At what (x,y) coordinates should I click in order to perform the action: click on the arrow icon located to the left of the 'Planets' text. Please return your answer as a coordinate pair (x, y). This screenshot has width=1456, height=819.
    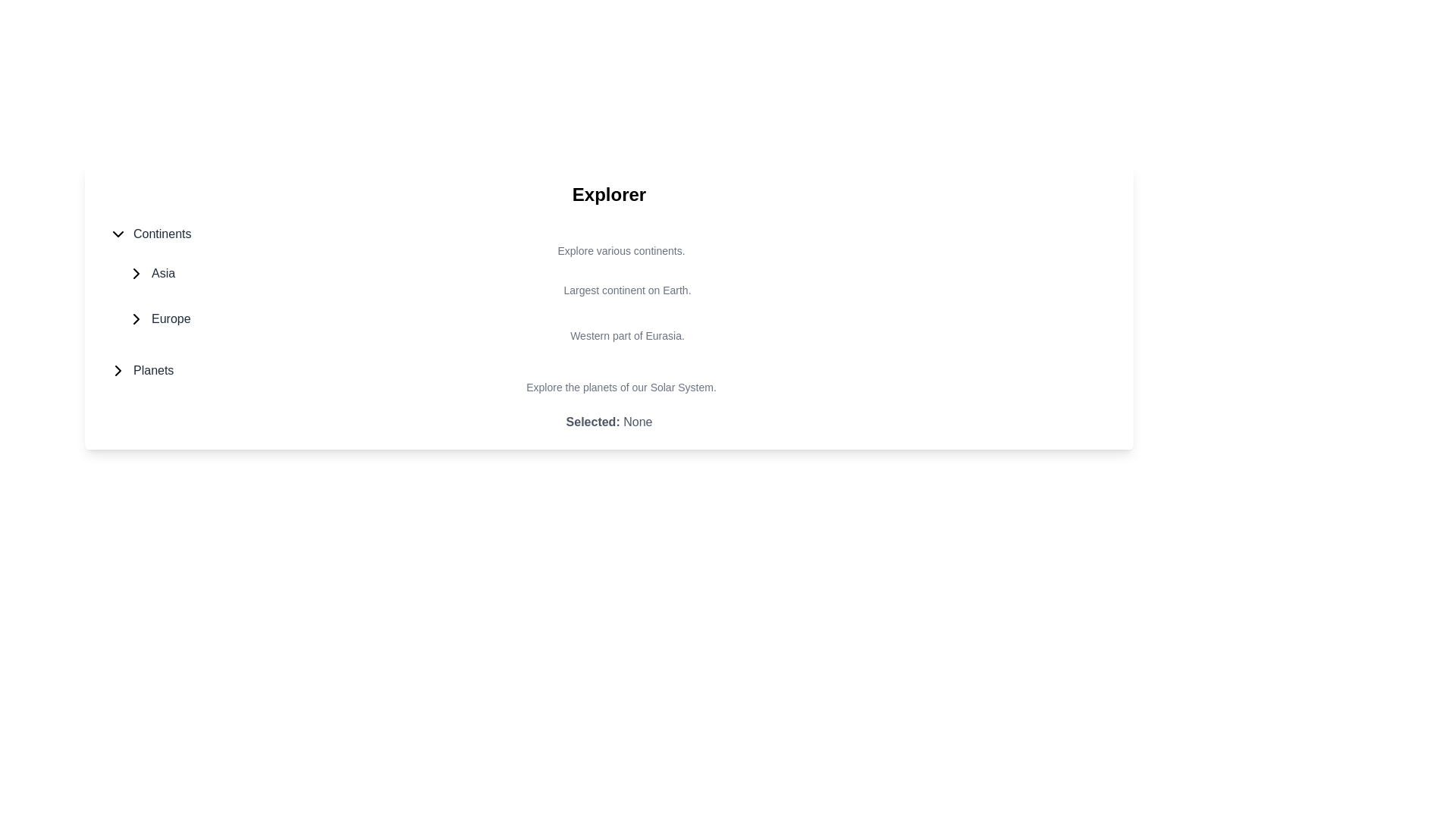
    Looking at the image, I should click on (118, 371).